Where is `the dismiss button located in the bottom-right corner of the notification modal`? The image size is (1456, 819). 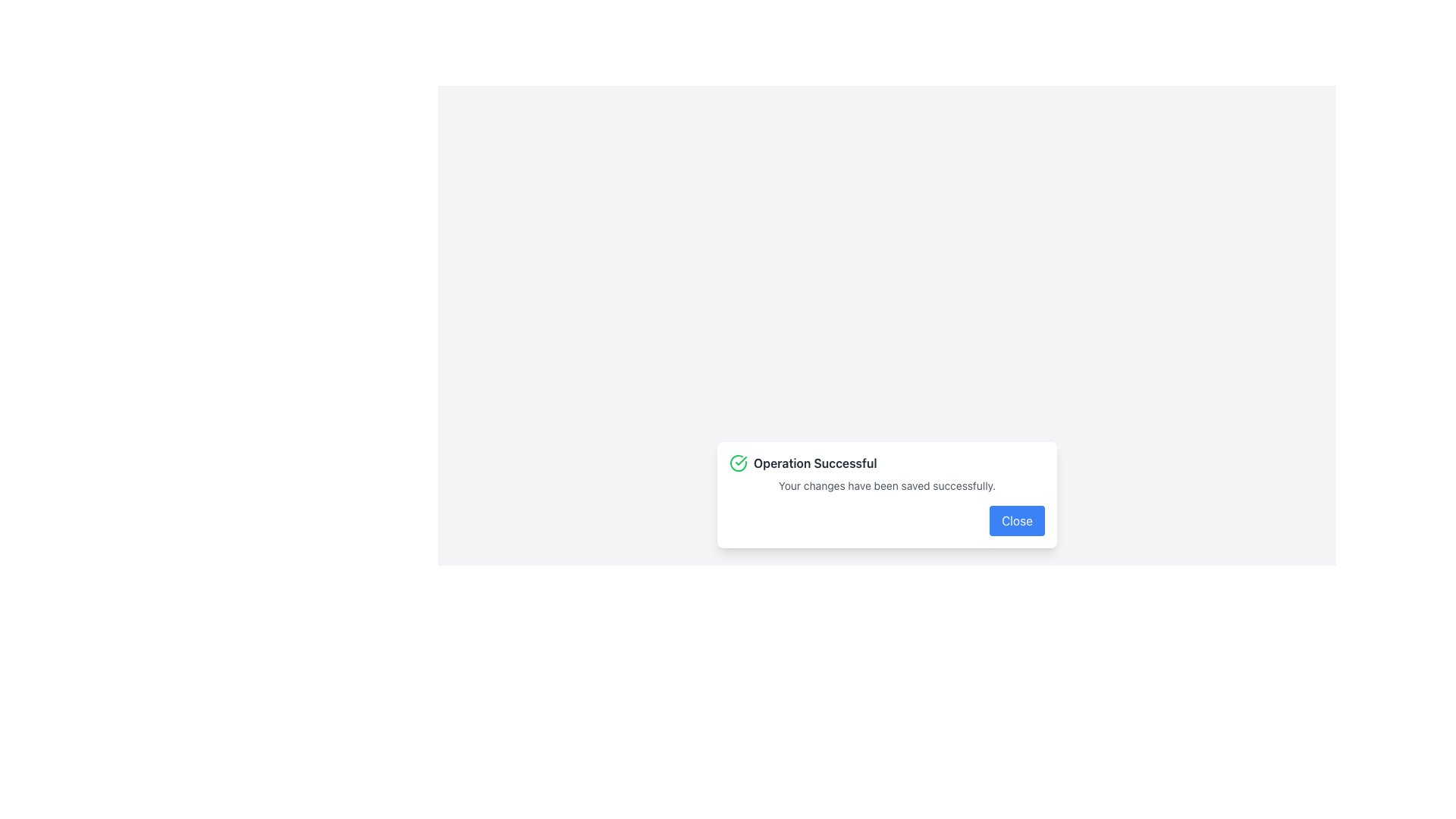
the dismiss button located in the bottom-right corner of the notification modal is located at coordinates (1017, 519).